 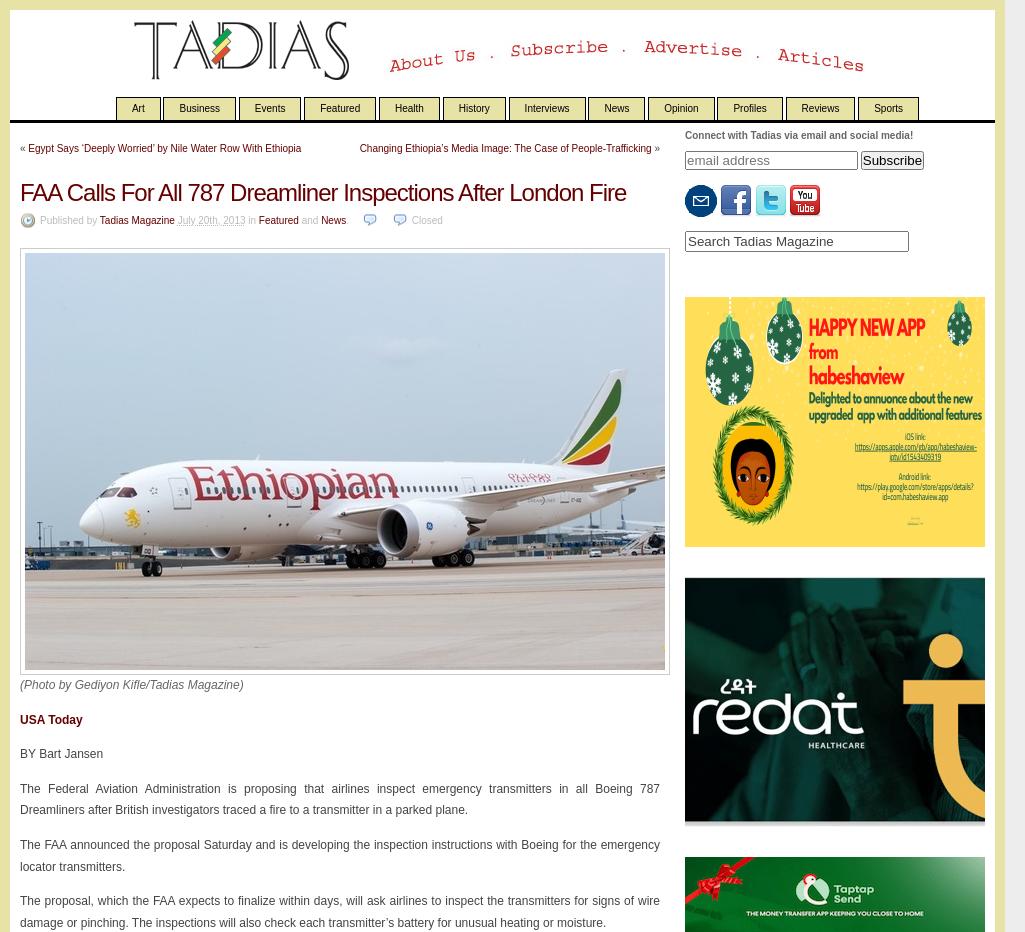 What do you see at coordinates (749, 108) in the screenshot?
I see `'Profiles'` at bounding box center [749, 108].